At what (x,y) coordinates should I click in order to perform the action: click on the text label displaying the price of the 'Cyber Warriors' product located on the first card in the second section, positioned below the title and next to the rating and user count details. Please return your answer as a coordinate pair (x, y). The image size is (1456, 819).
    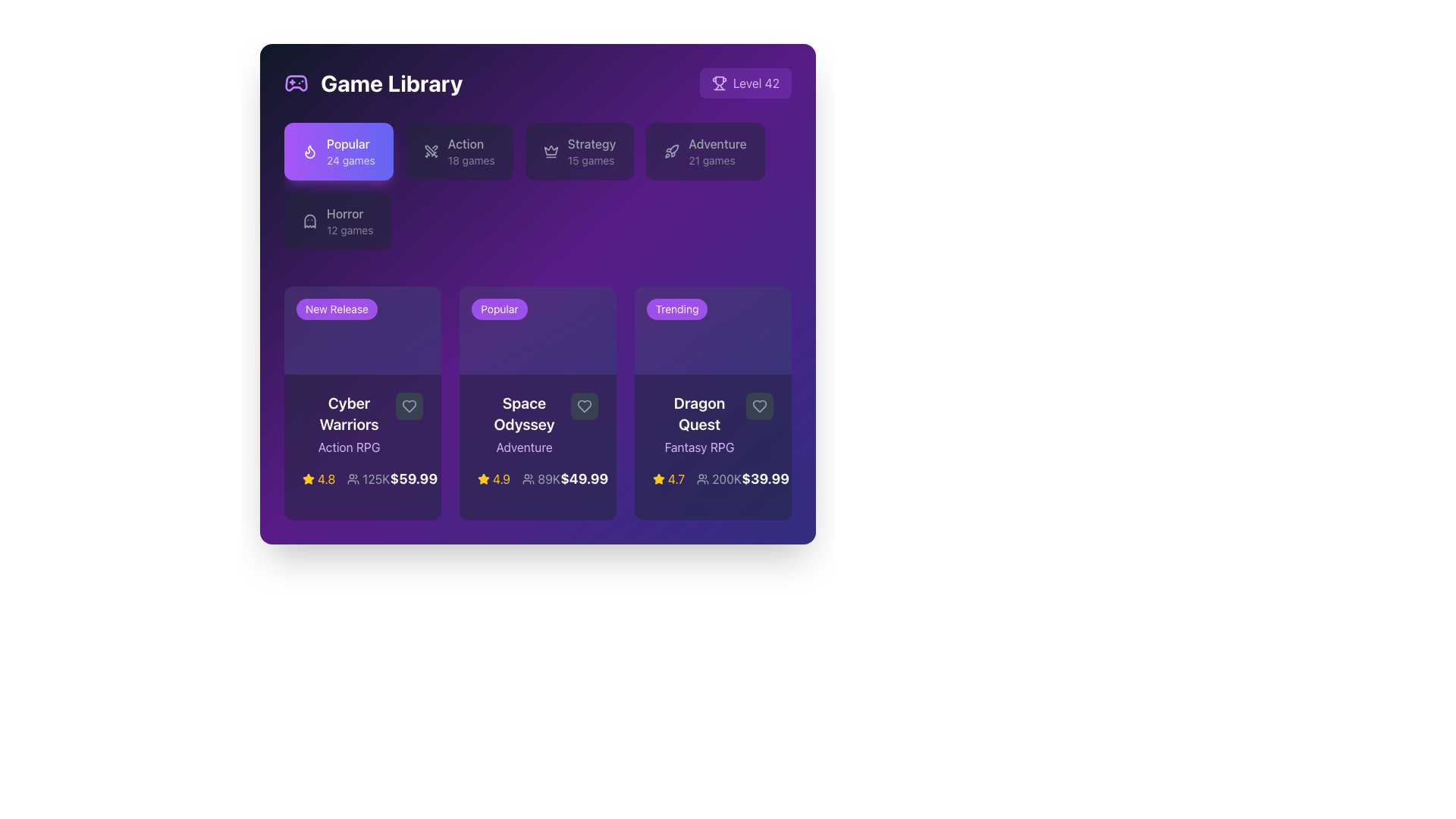
    Looking at the image, I should click on (413, 479).